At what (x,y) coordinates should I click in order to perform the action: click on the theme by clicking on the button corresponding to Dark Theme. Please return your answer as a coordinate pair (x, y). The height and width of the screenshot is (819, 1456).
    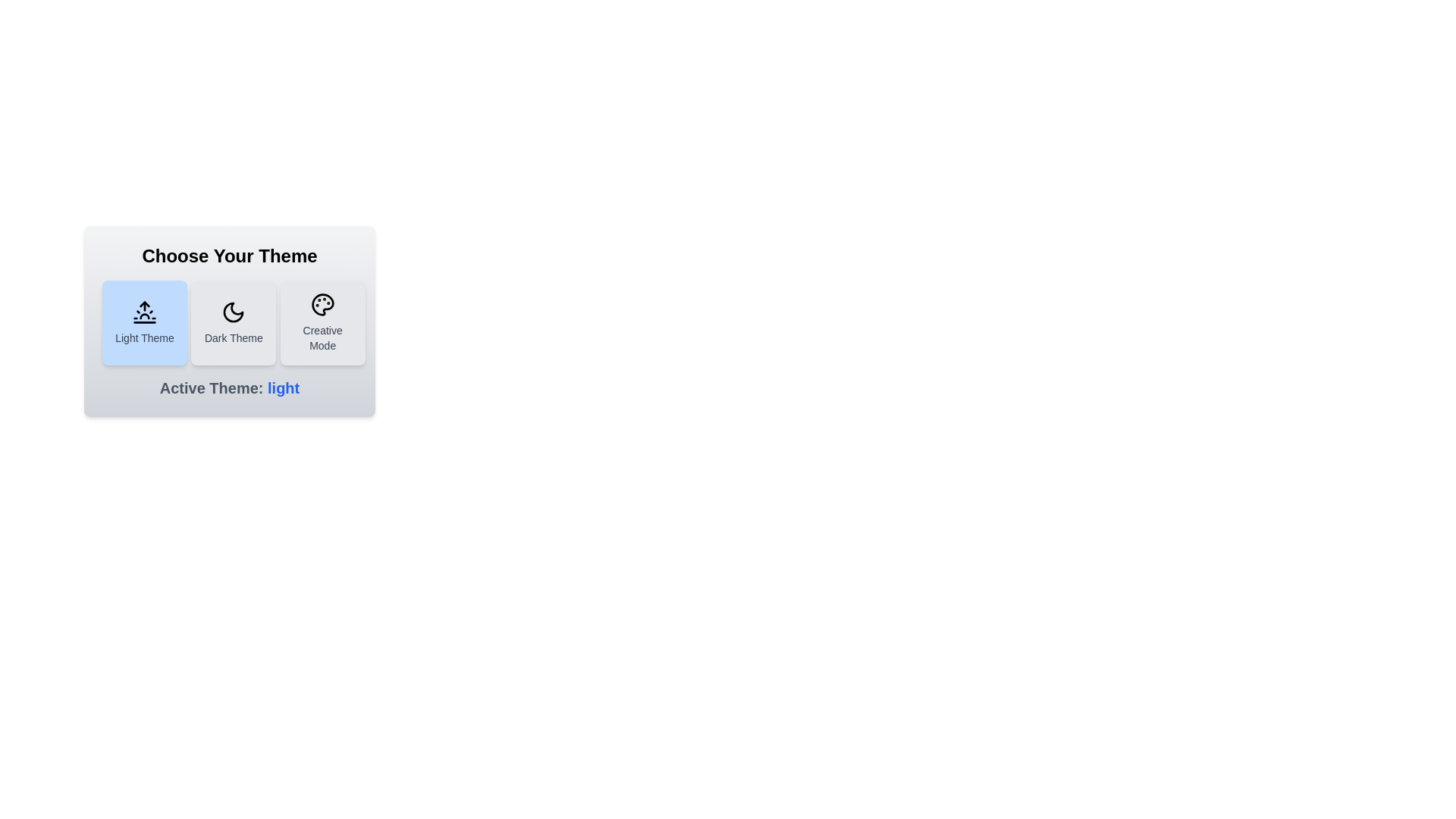
    Looking at the image, I should click on (232, 322).